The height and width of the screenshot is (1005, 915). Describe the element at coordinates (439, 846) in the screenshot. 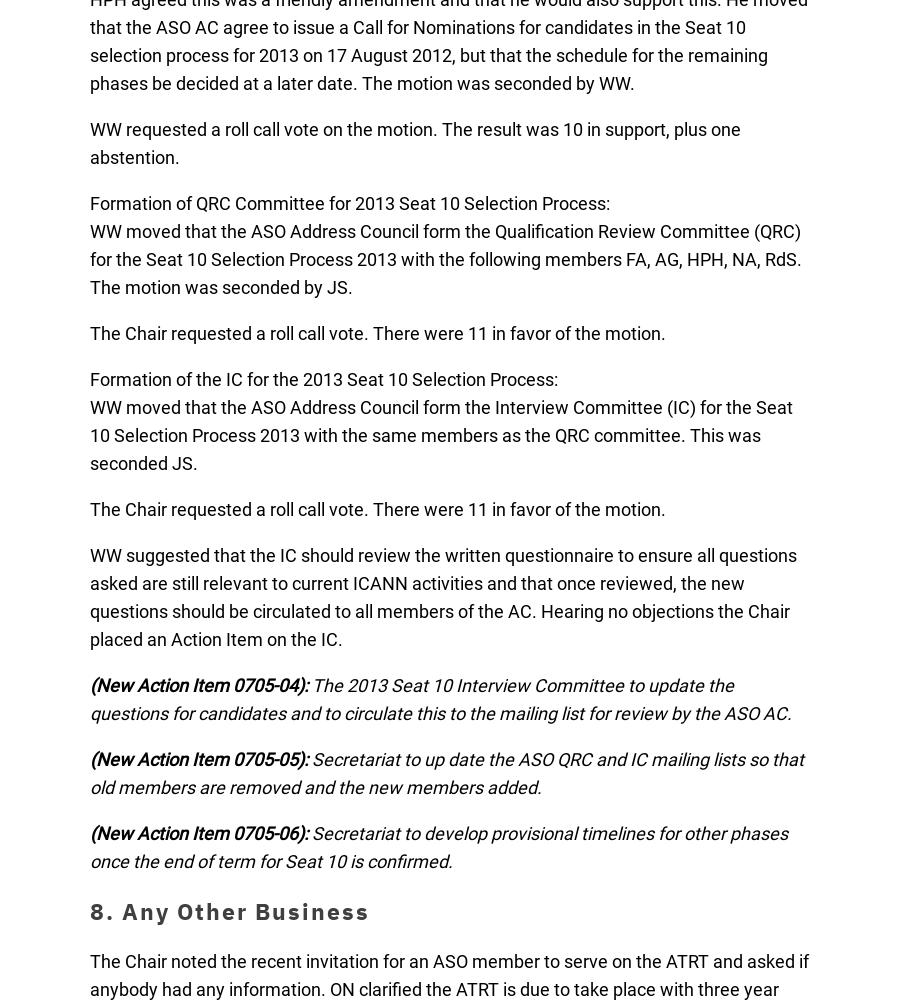

I see `'Secretariat to develop provisional timelines for other phases once the end of term for Seat 10 is confirmed.'` at that location.